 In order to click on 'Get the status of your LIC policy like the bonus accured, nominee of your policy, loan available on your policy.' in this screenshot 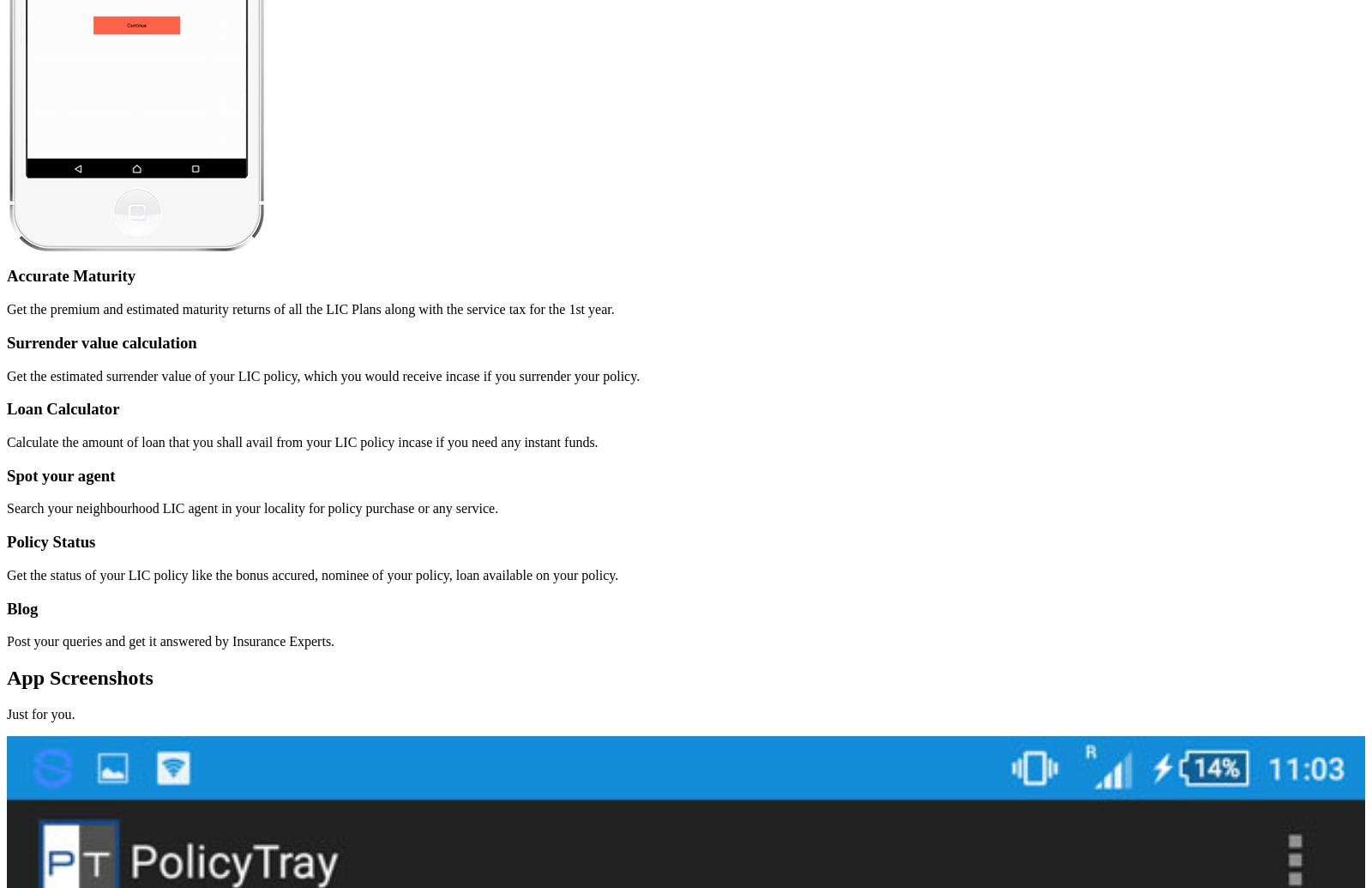, I will do `click(312, 573)`.